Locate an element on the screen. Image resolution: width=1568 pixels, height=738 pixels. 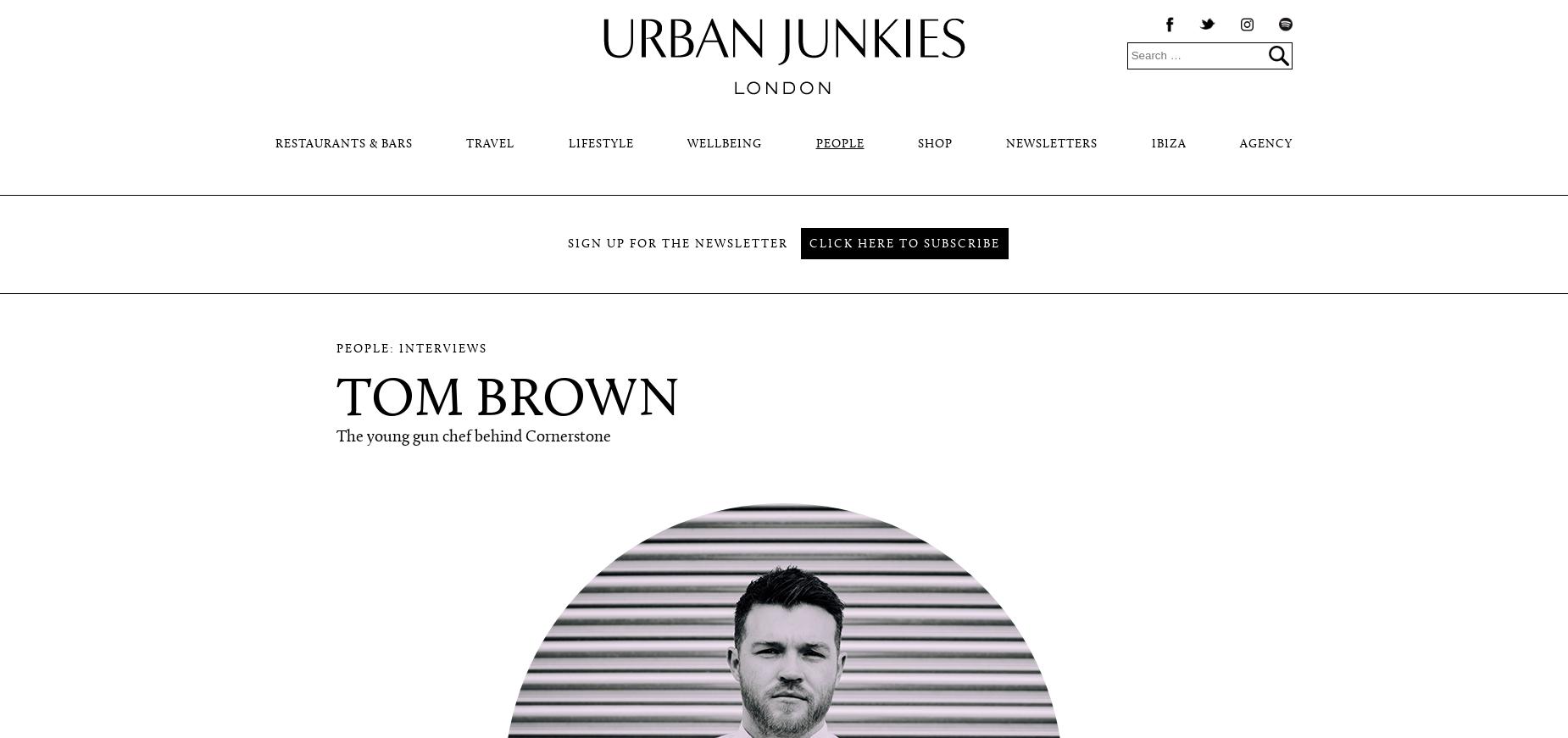
'Tom Brown' is located at coordinates (508, 401).